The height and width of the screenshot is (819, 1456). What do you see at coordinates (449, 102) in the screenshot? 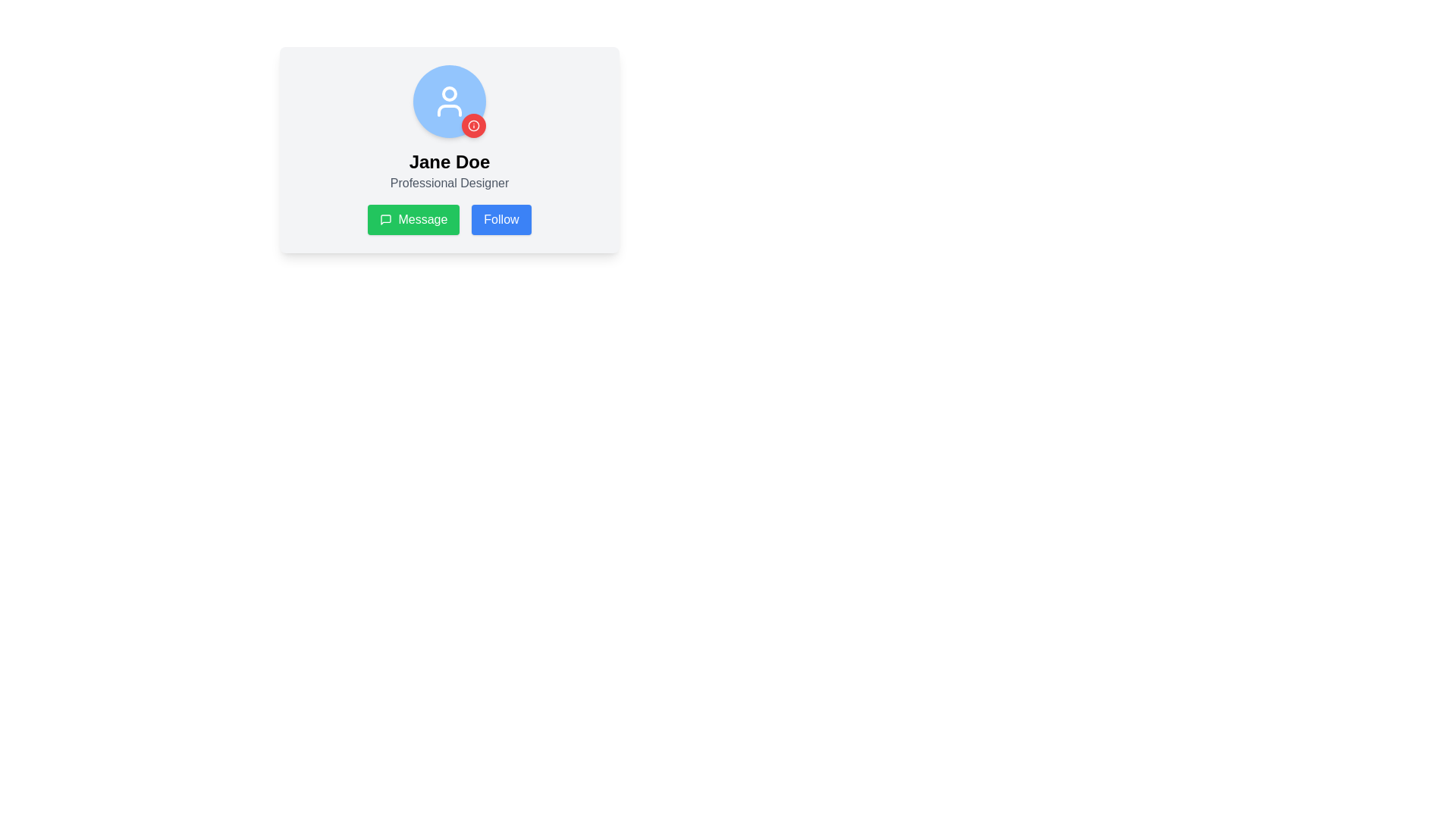
I see `the white outline user icon within the blue circular background` at bounding box center [449, 102].